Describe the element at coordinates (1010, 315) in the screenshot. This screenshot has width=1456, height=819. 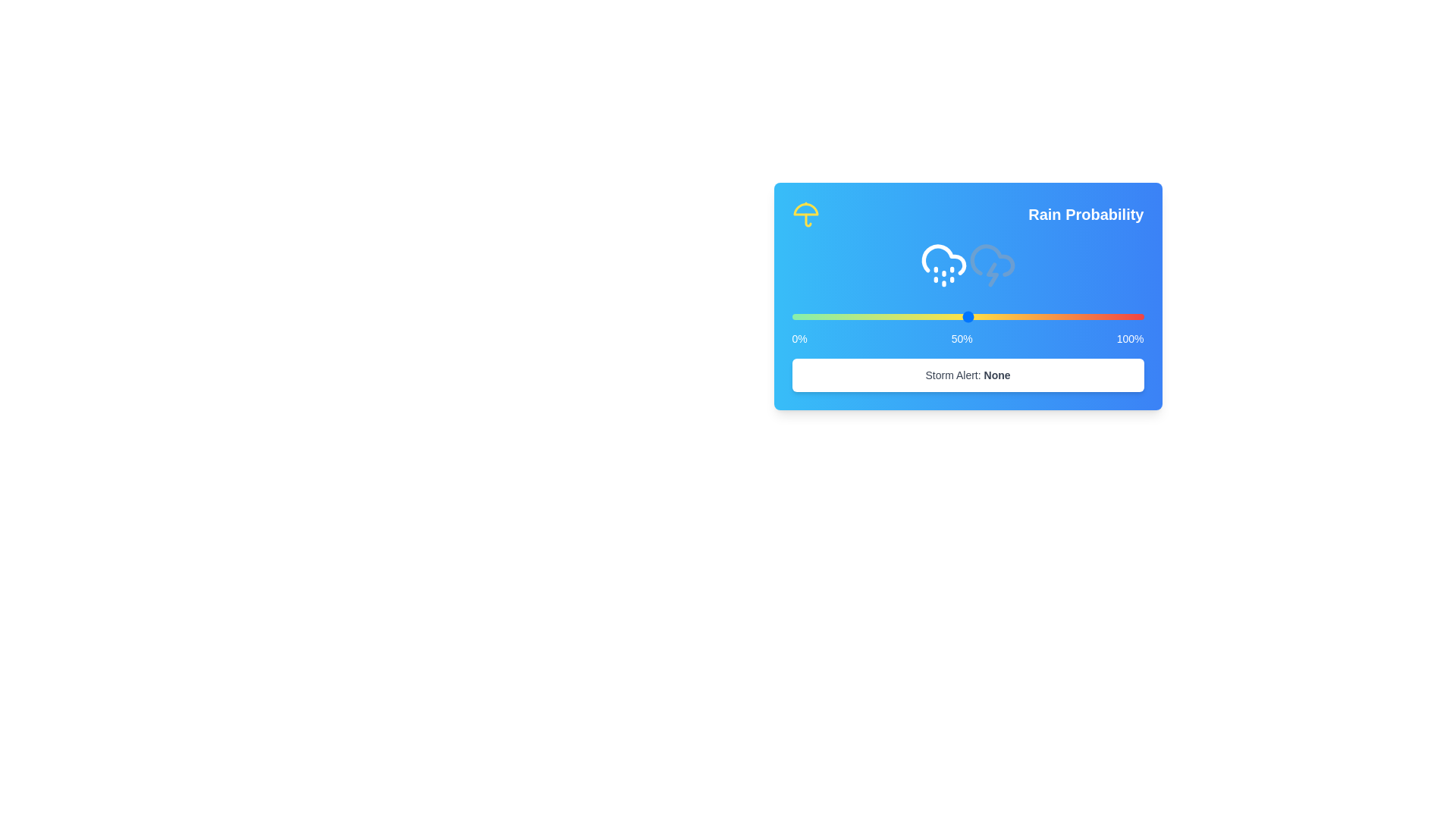
I see `the rain probability slider to 62%` at that location.